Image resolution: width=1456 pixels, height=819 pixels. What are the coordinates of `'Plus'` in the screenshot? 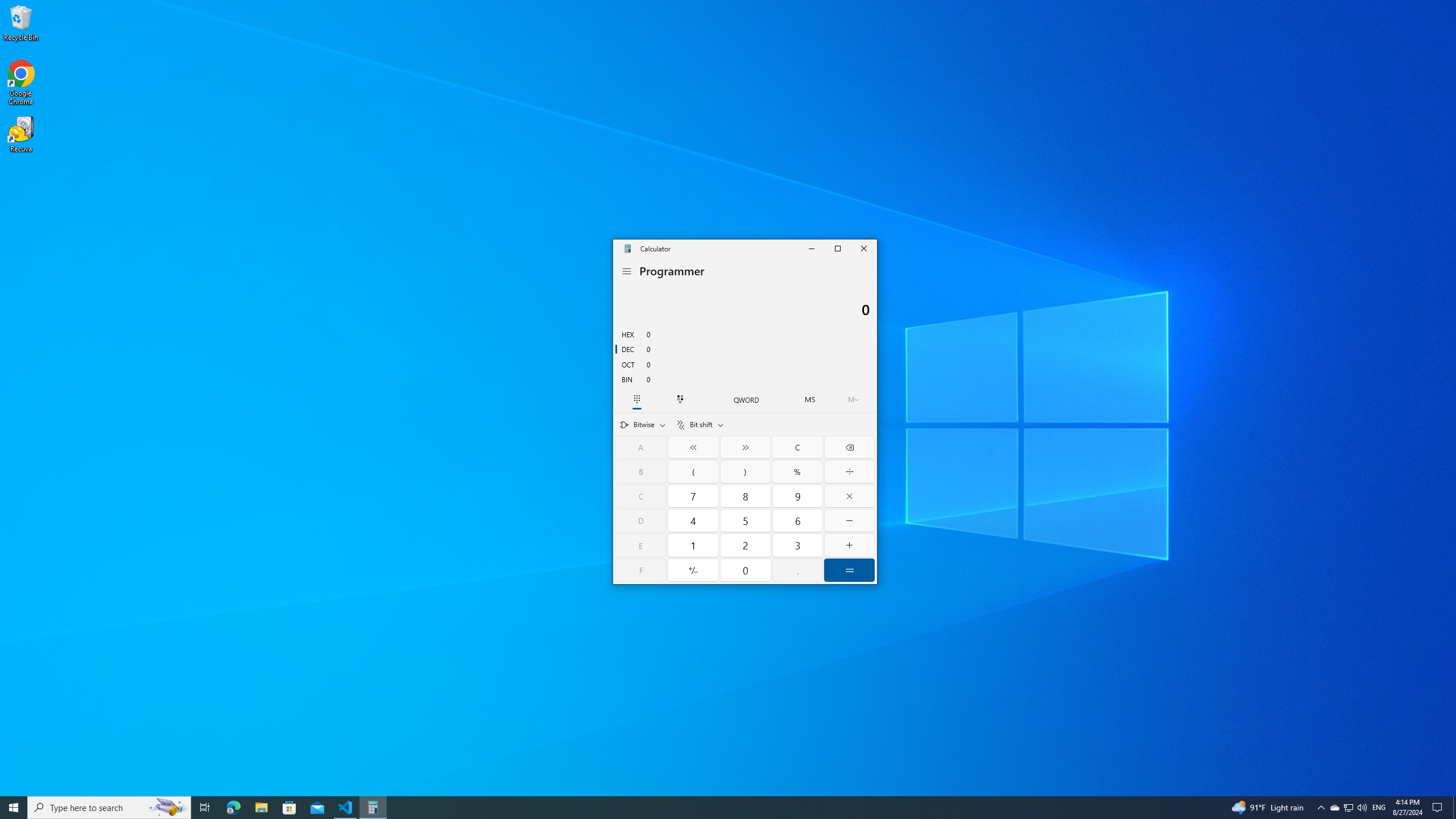 It's located at (849, 545).